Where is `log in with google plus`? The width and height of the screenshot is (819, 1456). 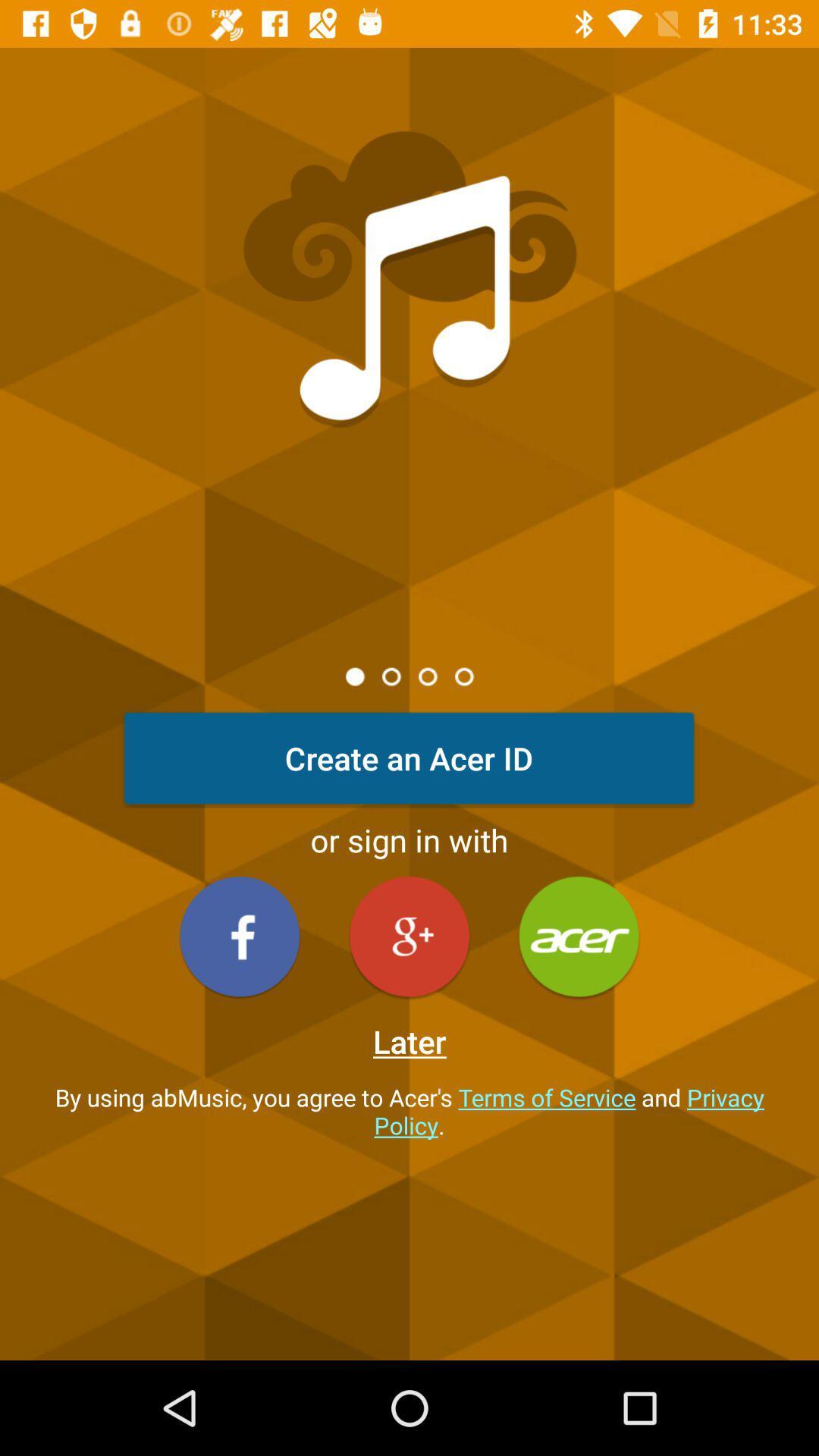
log in with google plus is located at coordinates (409, 936).